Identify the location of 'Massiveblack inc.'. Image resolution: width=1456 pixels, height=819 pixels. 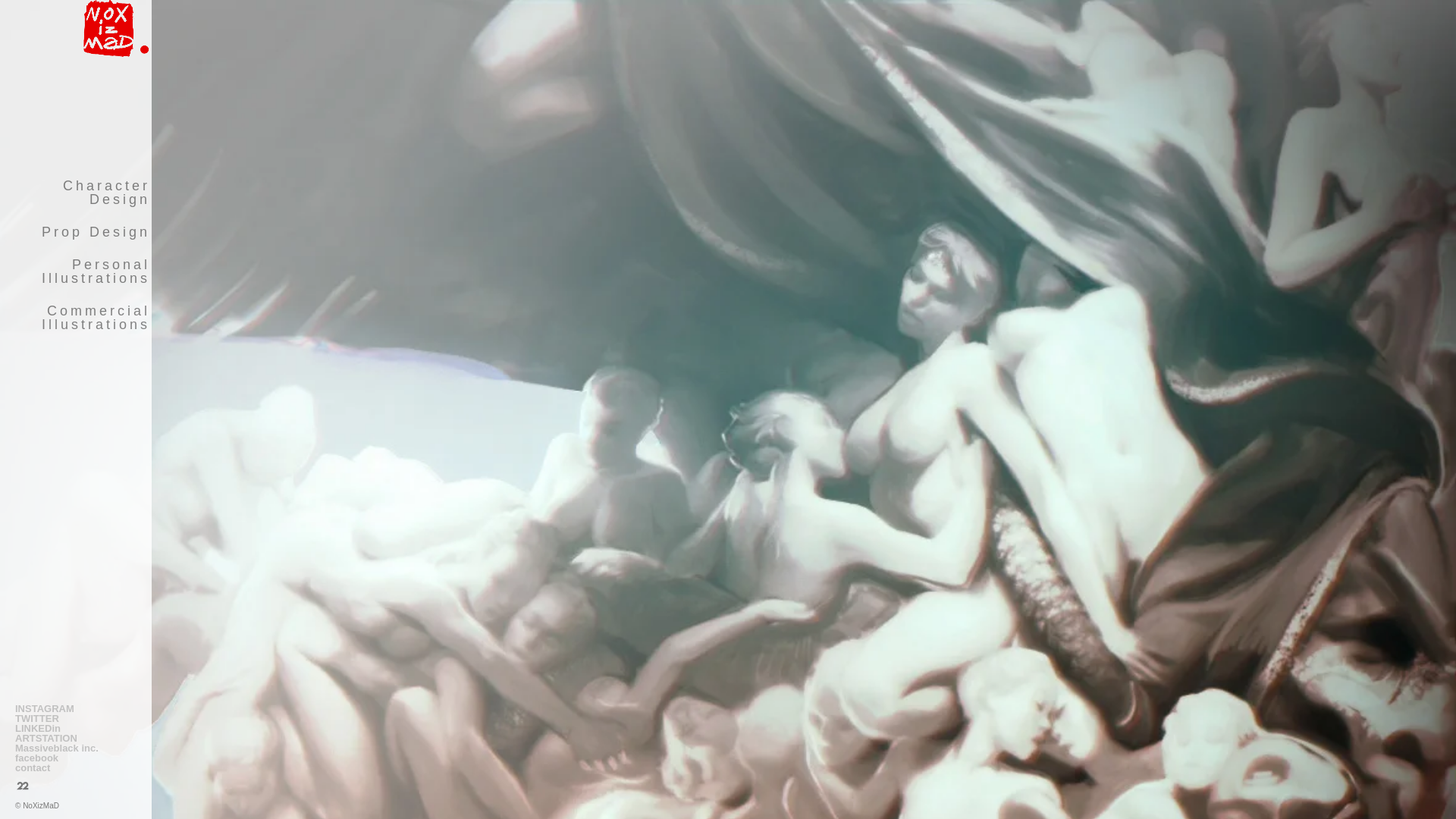
(75, 747).